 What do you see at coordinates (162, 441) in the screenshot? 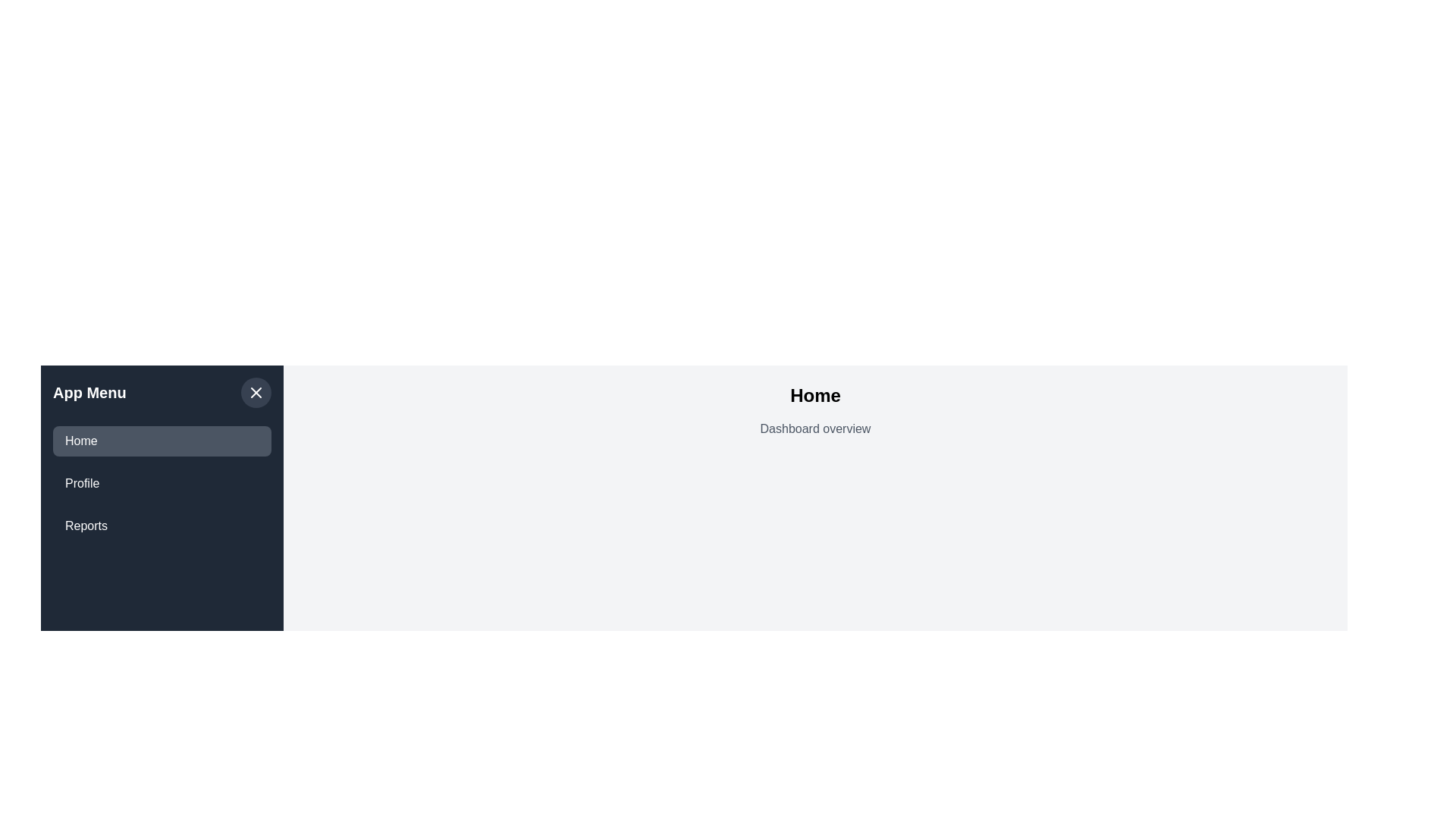
I see `the feature Home from the list` at bounding box center [162, 441].